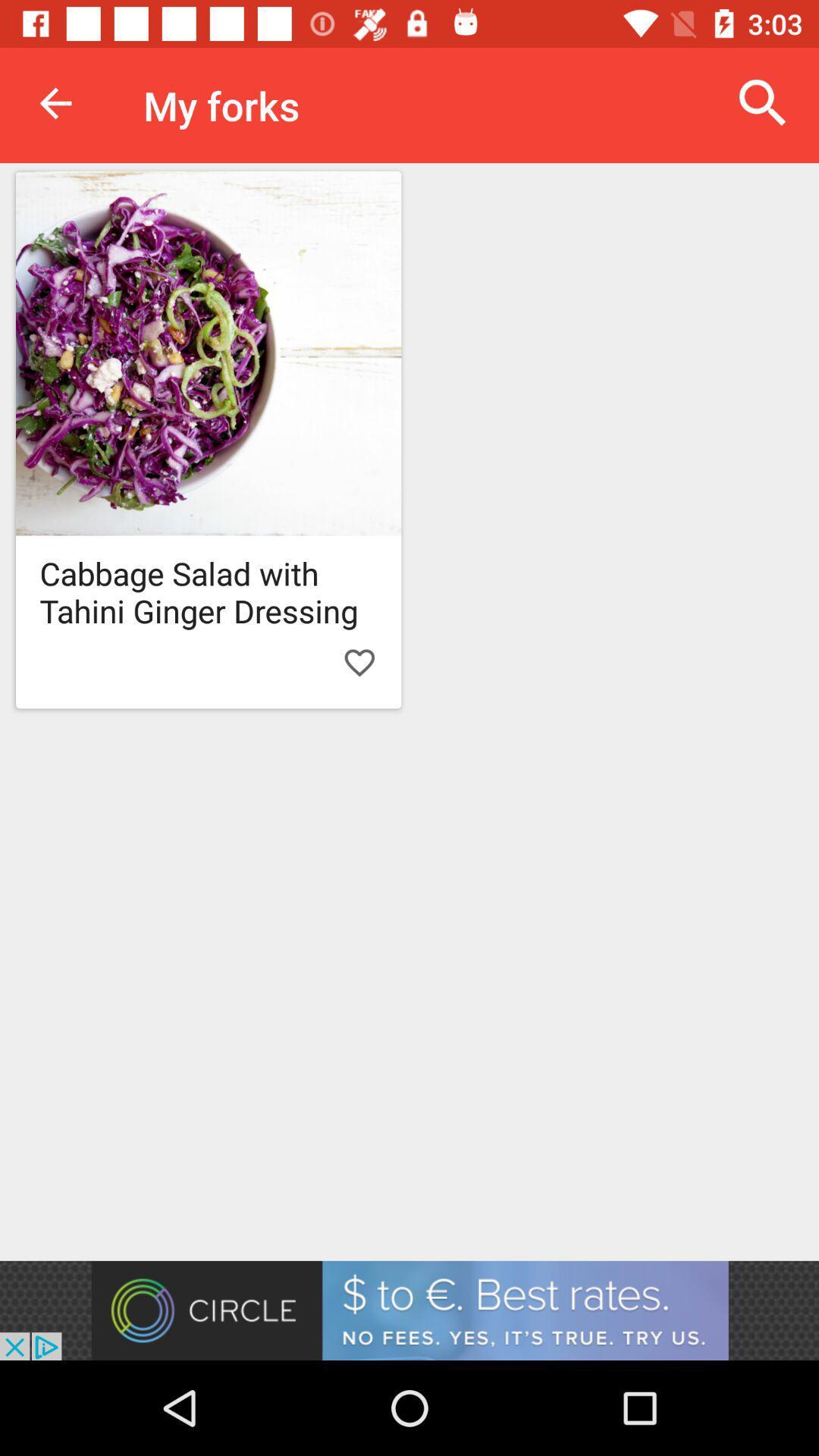  Describe the element at coordinates (409, 1310) in the screenshot. I see `connect to site` at that location.